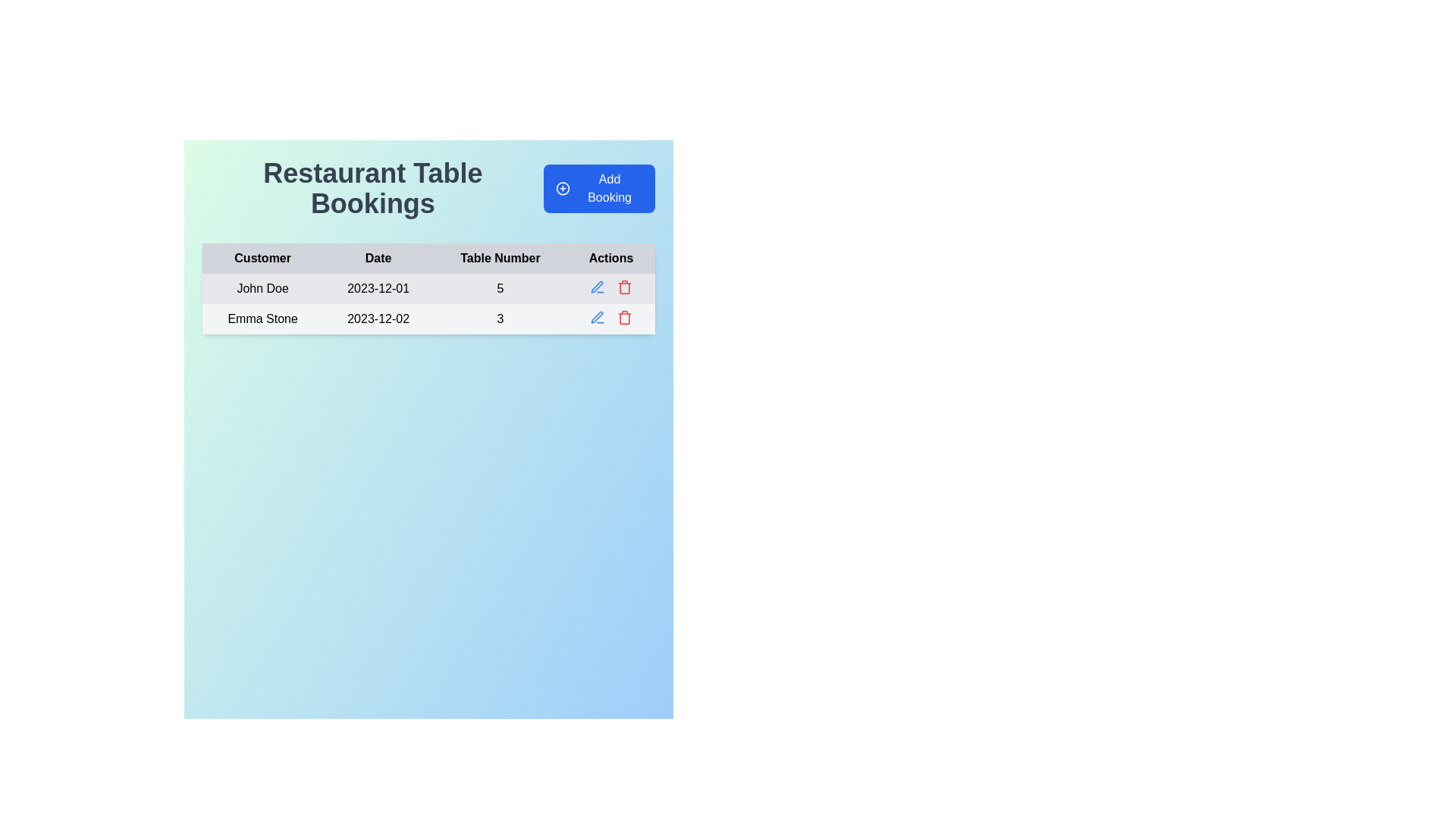 The width and height of the screenshot is (1456, 819). What do you see at coordinates (611, 257) in the screenshot?
I see `the 'Actions' column header in the table, which is the fourth header element from the left, indicating editing and deleting actions for entries` at bounding box center [611, 257].